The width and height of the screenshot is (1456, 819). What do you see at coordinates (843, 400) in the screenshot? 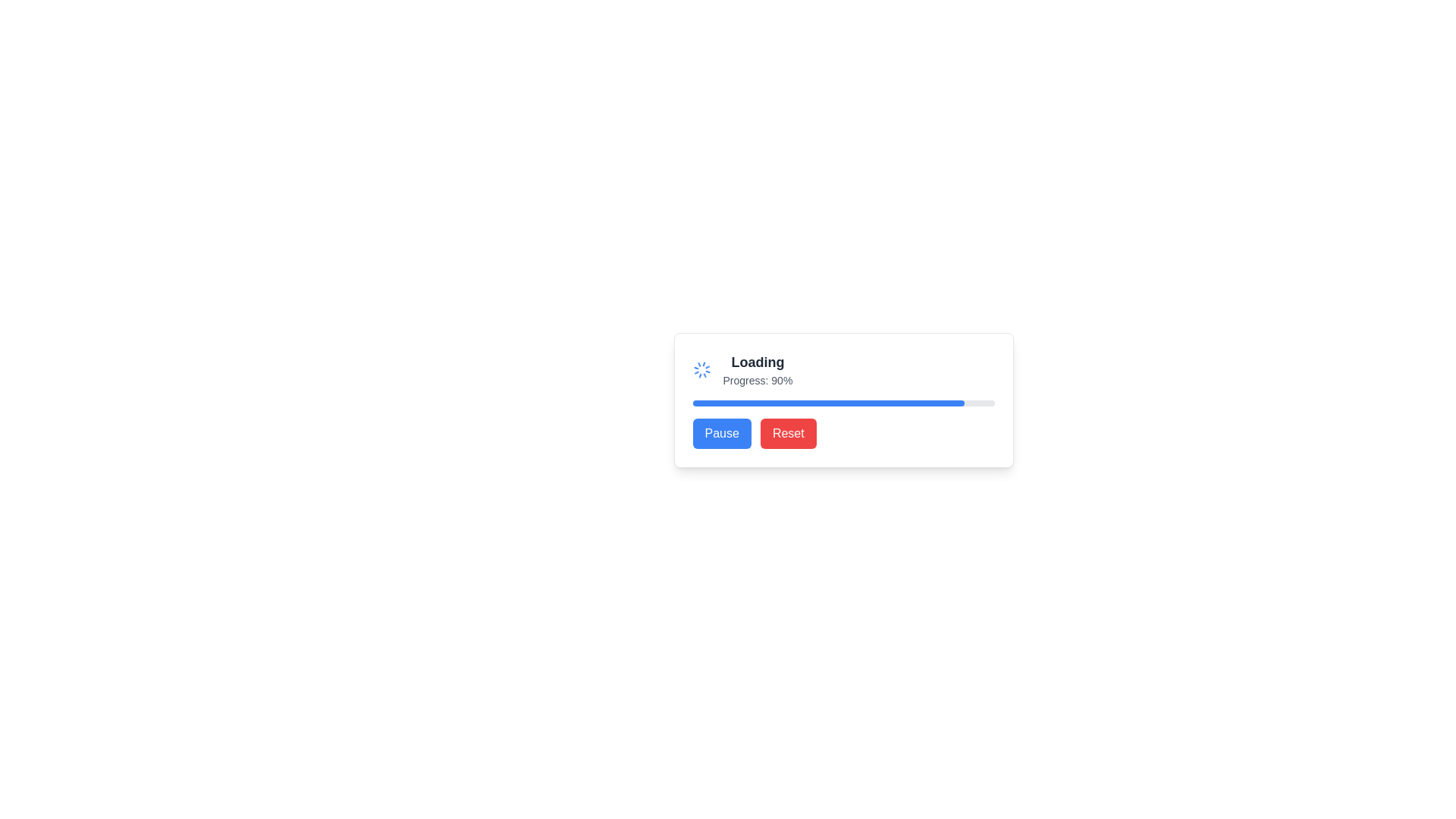
I see `progress status displayed on the central progress bar component, which includes text labels indicating the loading or progress status` at bounding box center [843, 400].